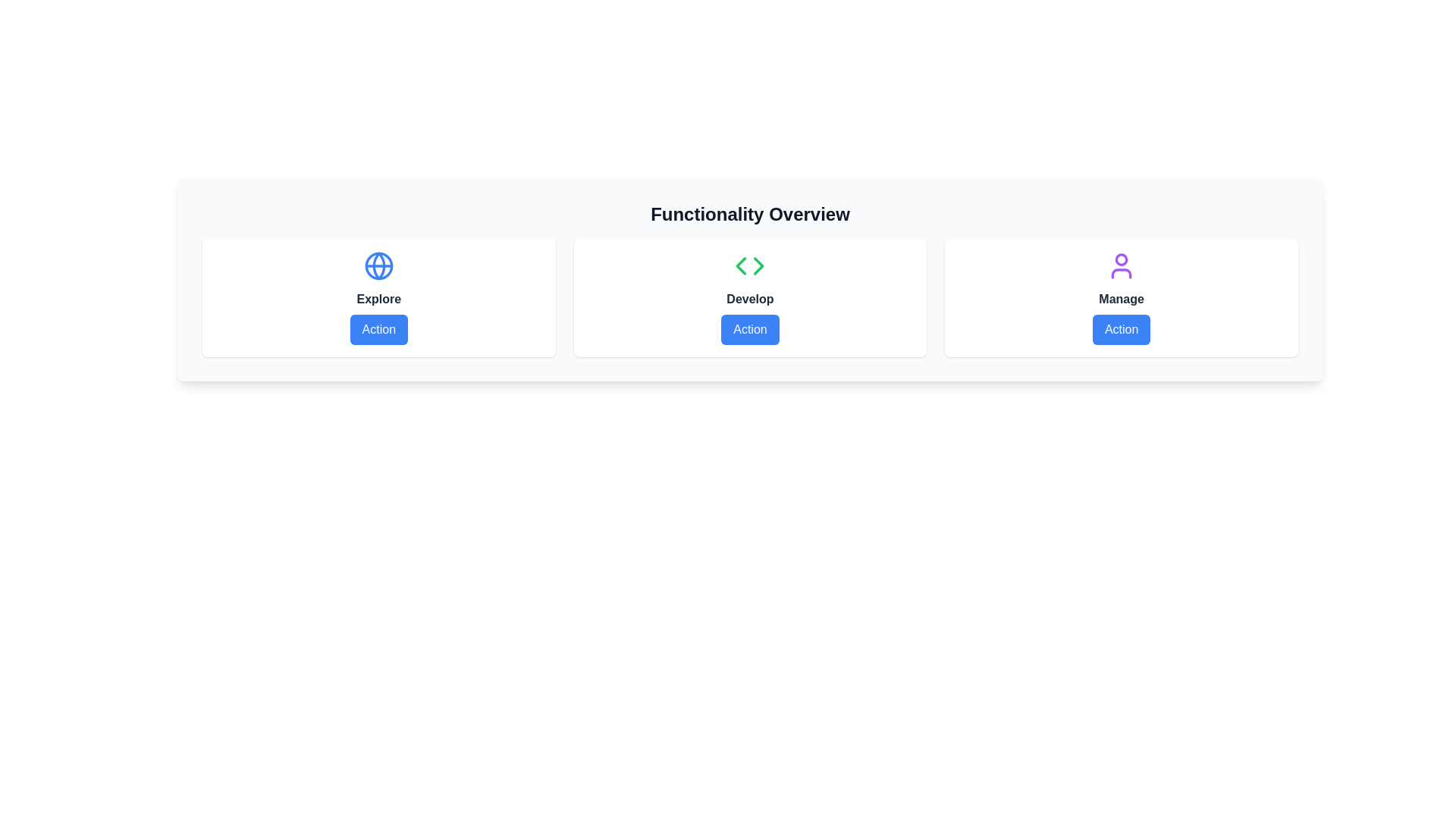 The image size is (1456, 819). I want to click on the globe icon (SVG) located in the first card under 'Functionality Overview', above the 'Explore' text and 'Action' button, so click(378, 265).